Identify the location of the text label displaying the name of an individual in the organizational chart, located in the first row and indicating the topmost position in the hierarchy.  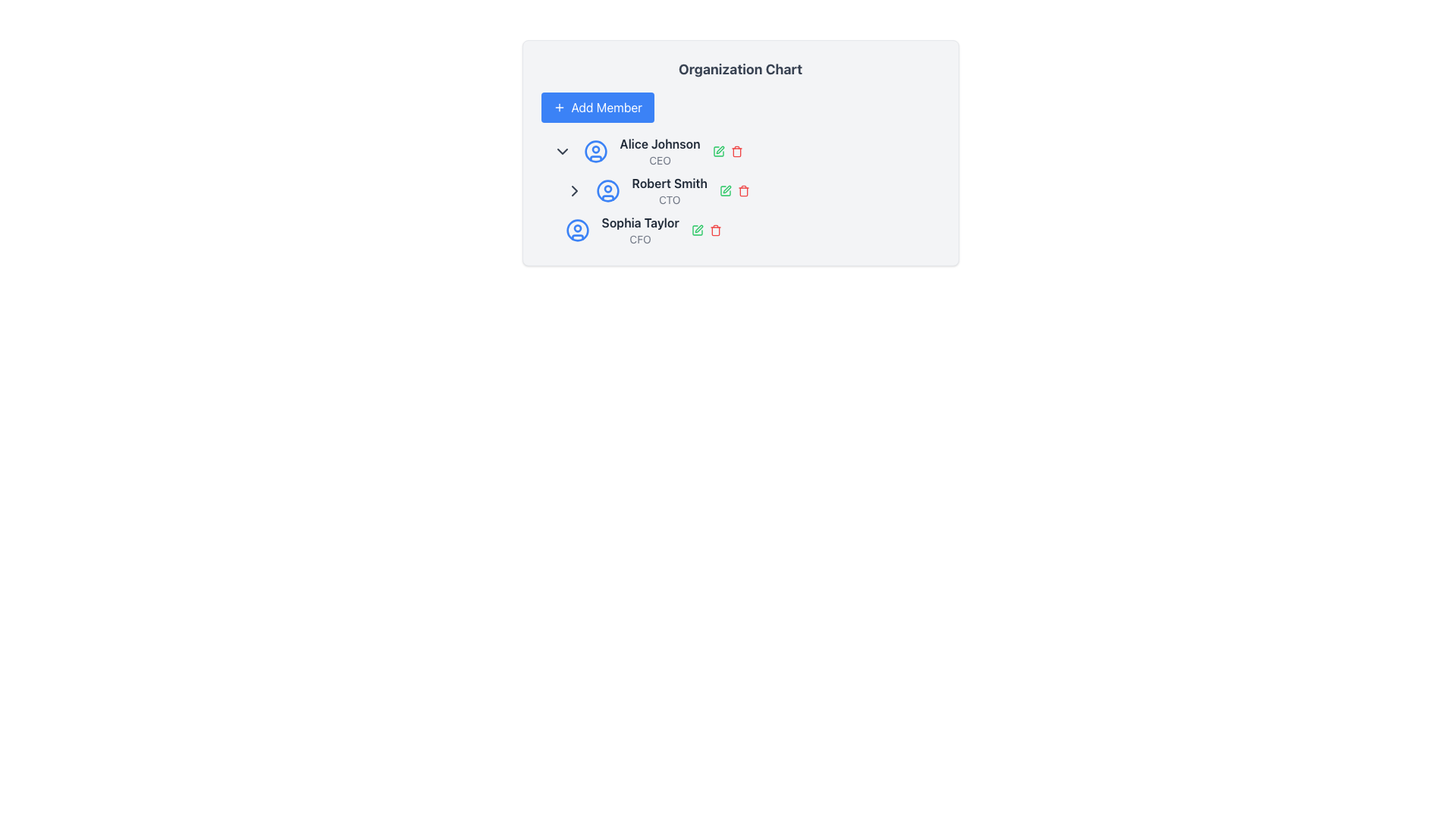
(660, 143).